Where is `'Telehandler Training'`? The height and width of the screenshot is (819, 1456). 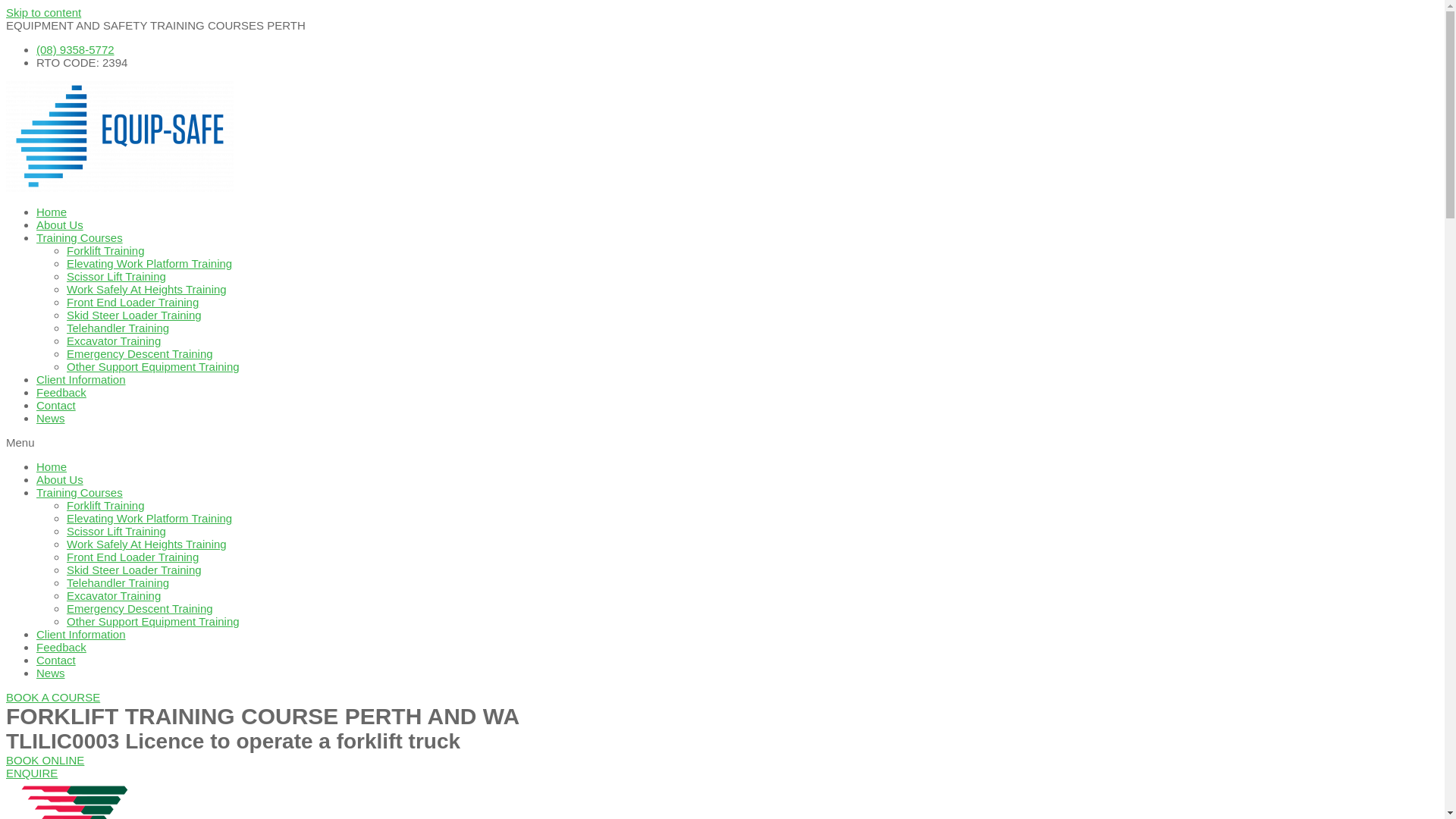
'Telehandler Training' is located at coordinates (117, 582).